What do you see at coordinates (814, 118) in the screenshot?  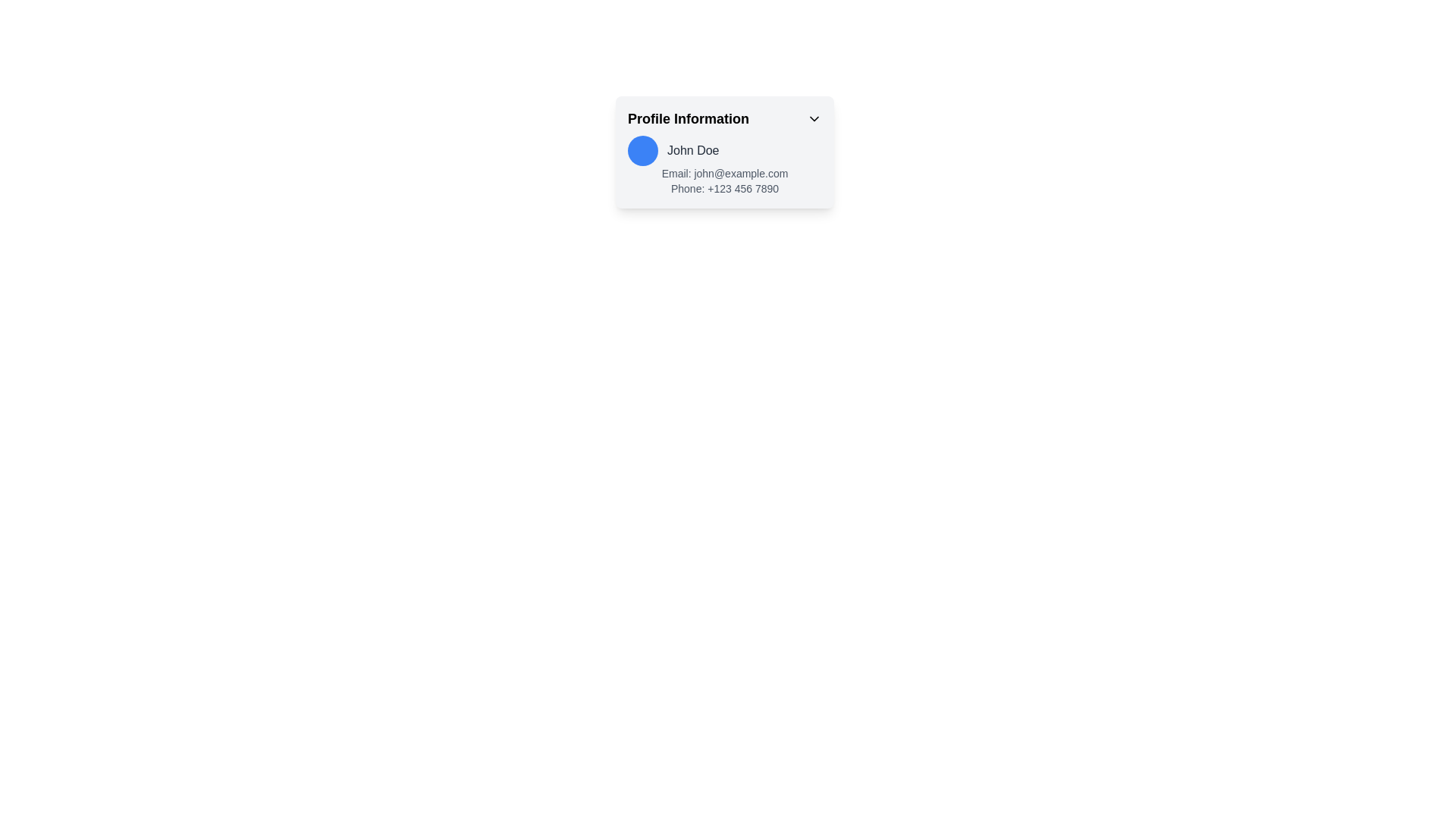 I see `the chevron icon located to the right of 'Profile Information'` at bounding box center [814, 118].